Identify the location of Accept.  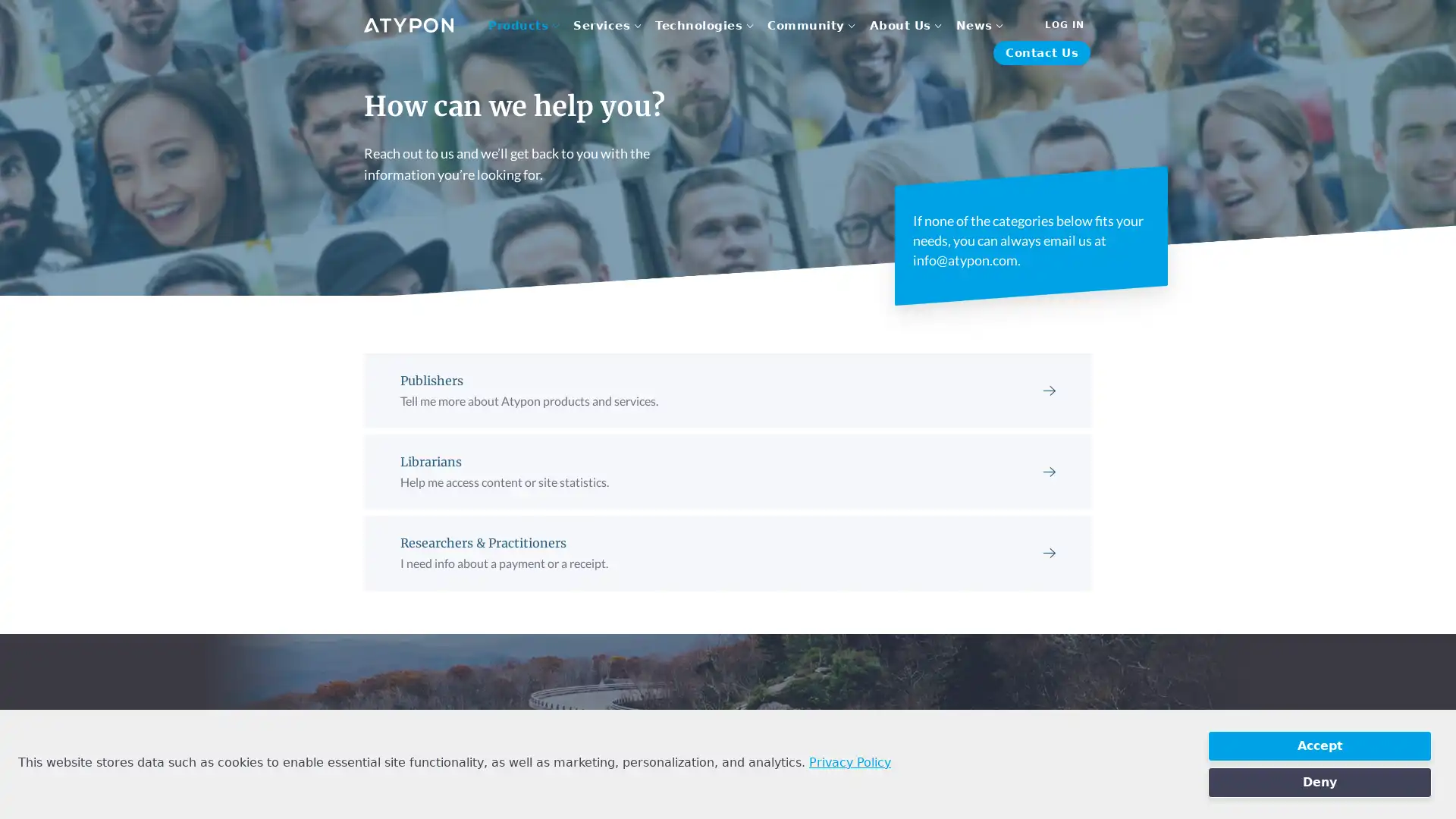
(1319, 745).